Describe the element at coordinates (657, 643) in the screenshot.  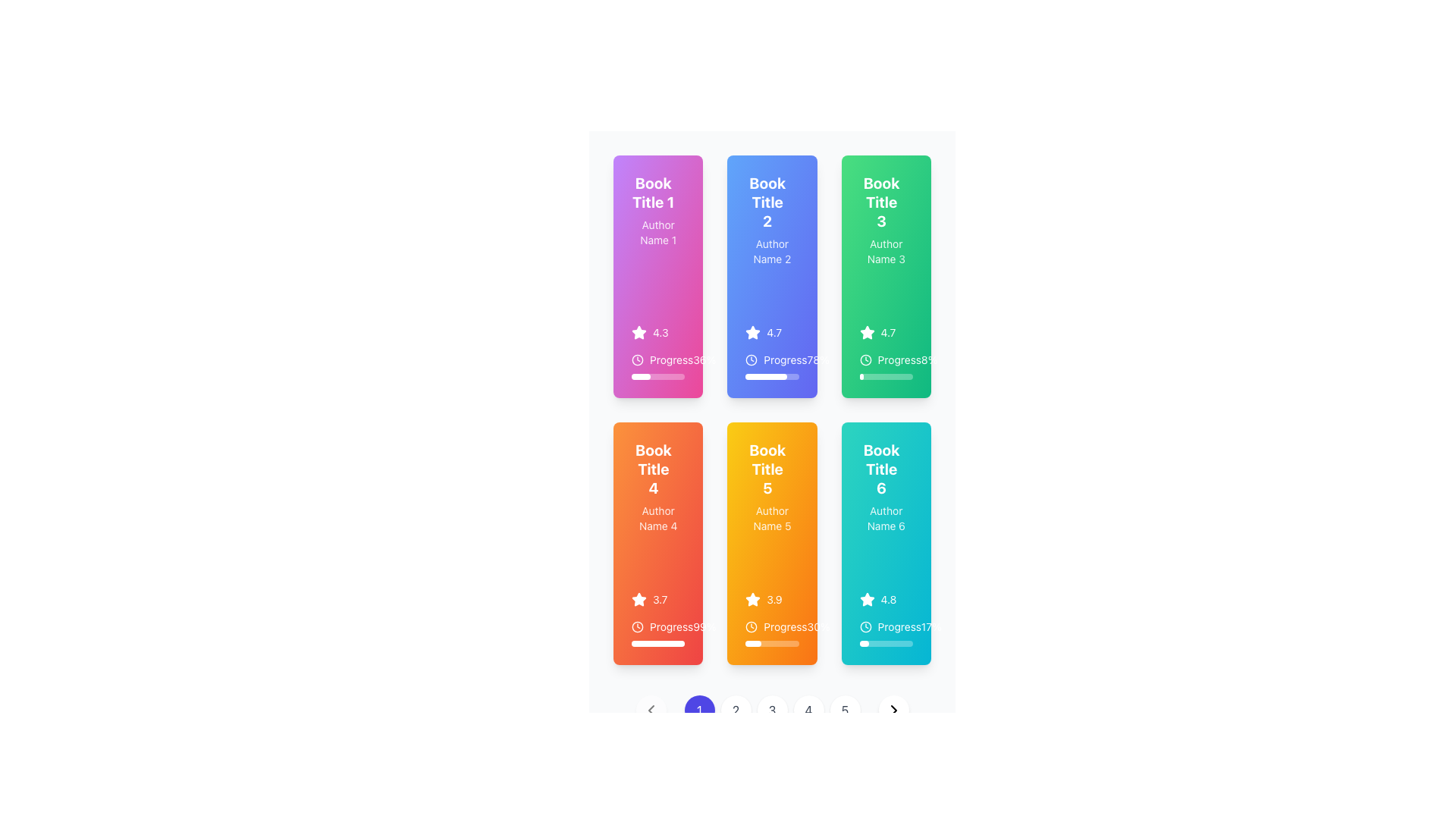
I see `the progress bar located at the bottom of the card for 'Book Title 4', which visually indicates the progress percentage and aligns with the 'Progress: 99%' text label` at that location.